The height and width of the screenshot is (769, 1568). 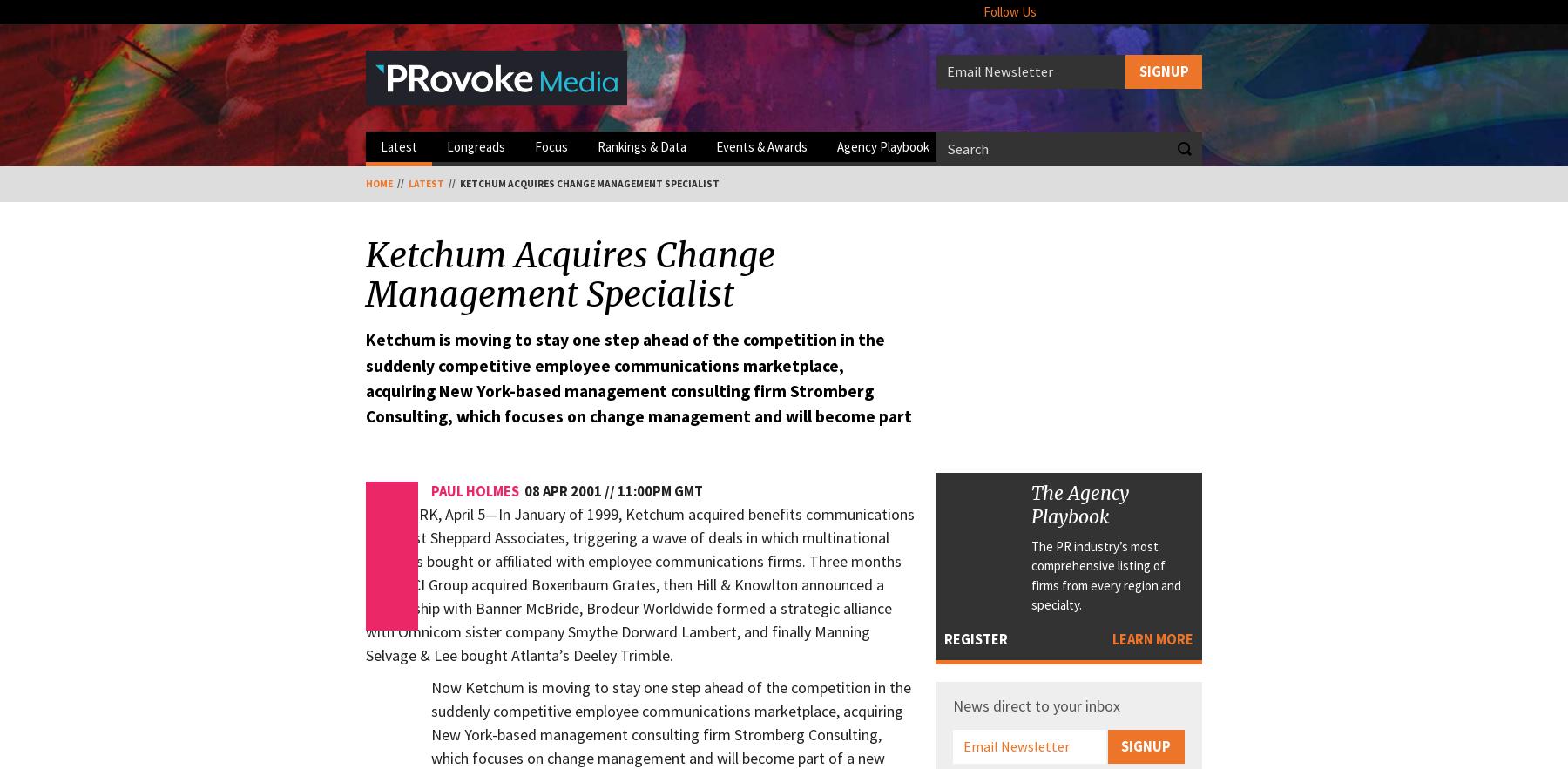 I want to click on 'The PR industry’s most comprehensive listing of firms from every region and specialty.', so click(x=1106, y=574).